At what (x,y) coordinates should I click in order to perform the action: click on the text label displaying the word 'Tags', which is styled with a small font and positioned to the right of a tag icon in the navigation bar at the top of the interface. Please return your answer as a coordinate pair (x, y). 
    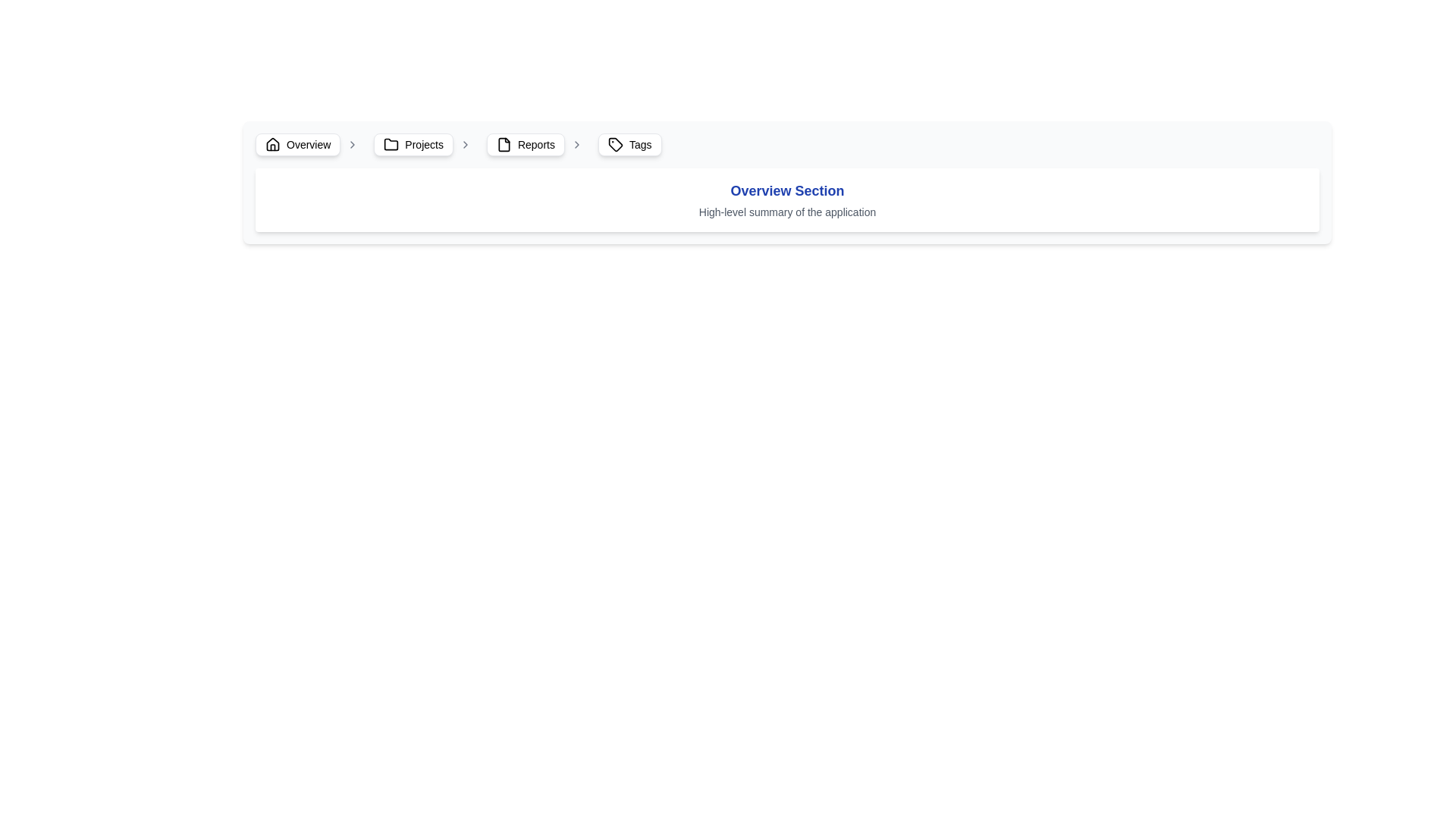
    Looking at the image, I should click on (640, 145).